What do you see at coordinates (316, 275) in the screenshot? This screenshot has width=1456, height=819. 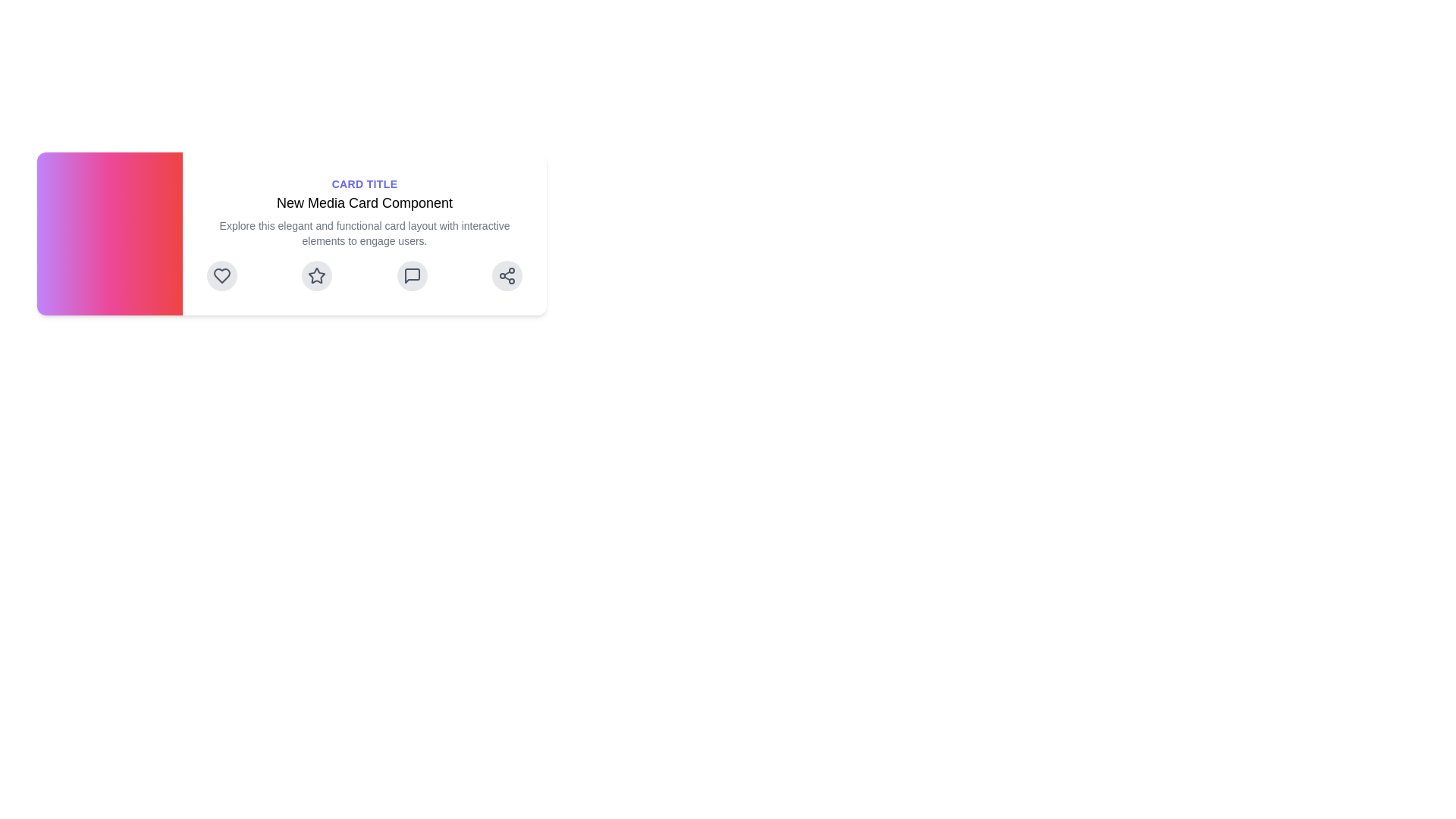 I see `the second icon from the left, which is a star-shaped icon with a hollow center, to interact with it` at bounding box center [316, 275].